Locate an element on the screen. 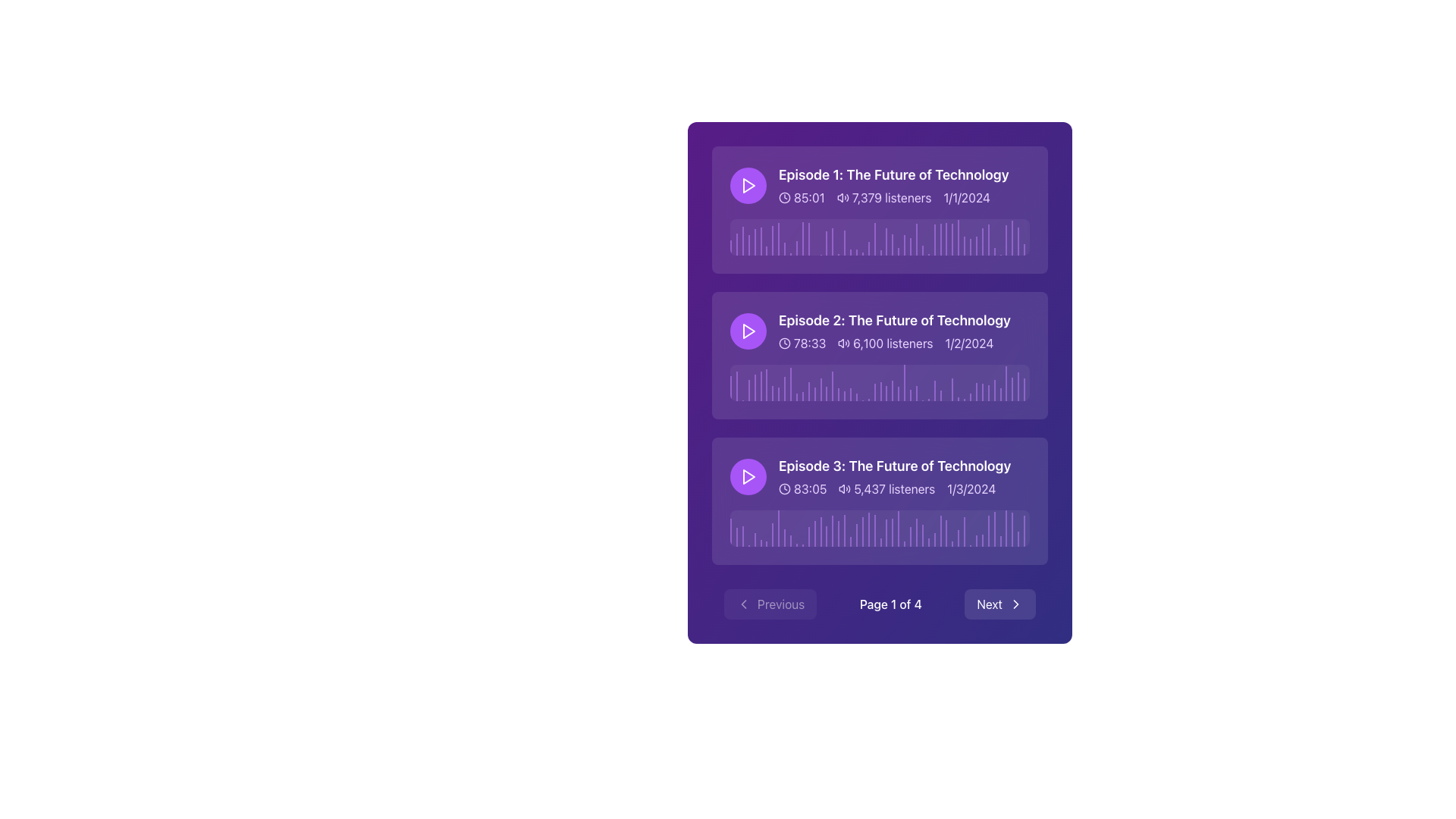 The image size is (1456, 819). the thirteenth vertical line in the waveform display of 'Episode 2: The Future of Technology' in the second card of the visible list is located at coordinates (802, 395).